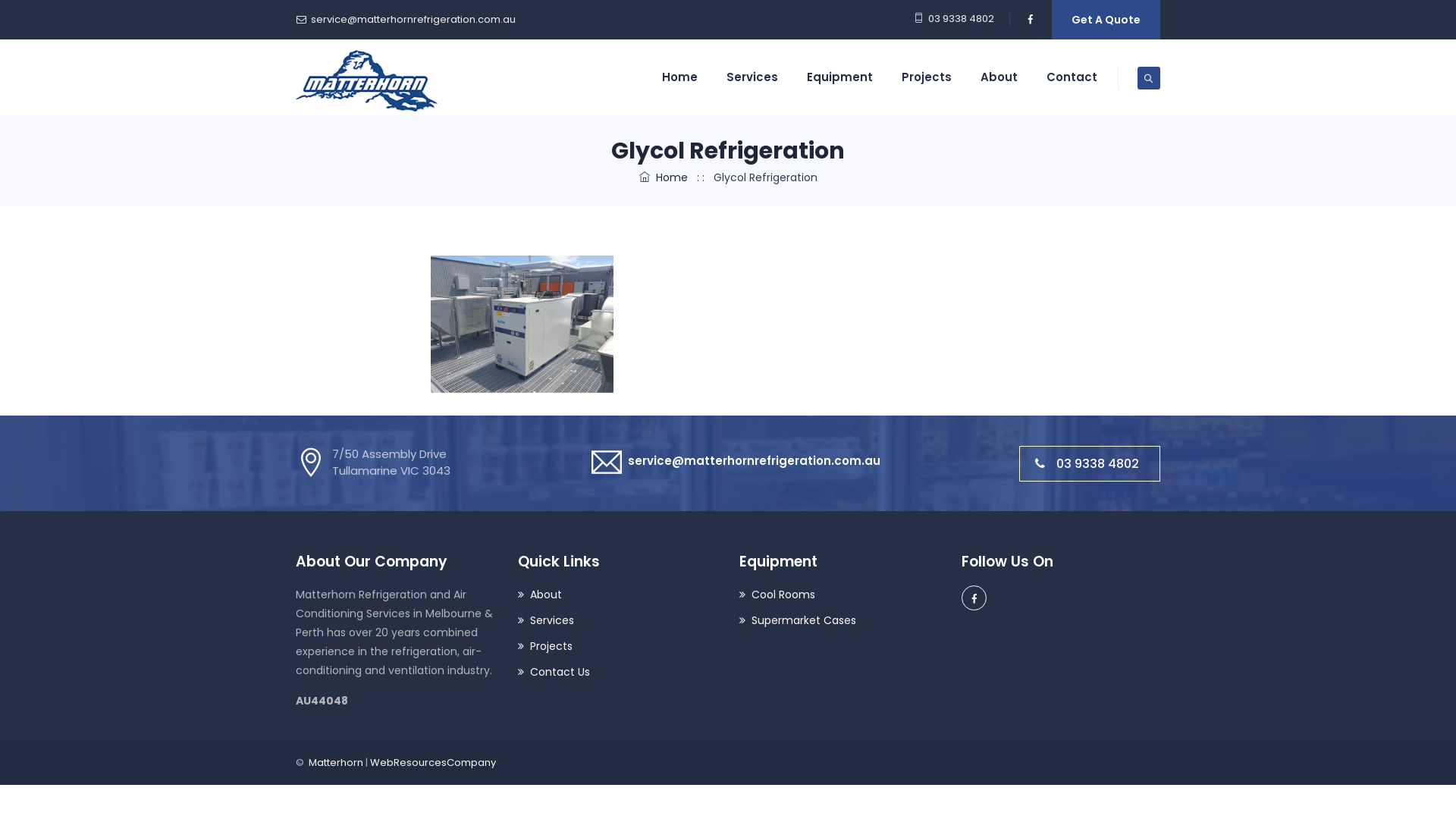 The height and width of the screenshot is (819, 1456). What do you see at coordinates (366, 77) in the screenshot?
I see `'Matterhorn'` at bounding box center [366, 77].